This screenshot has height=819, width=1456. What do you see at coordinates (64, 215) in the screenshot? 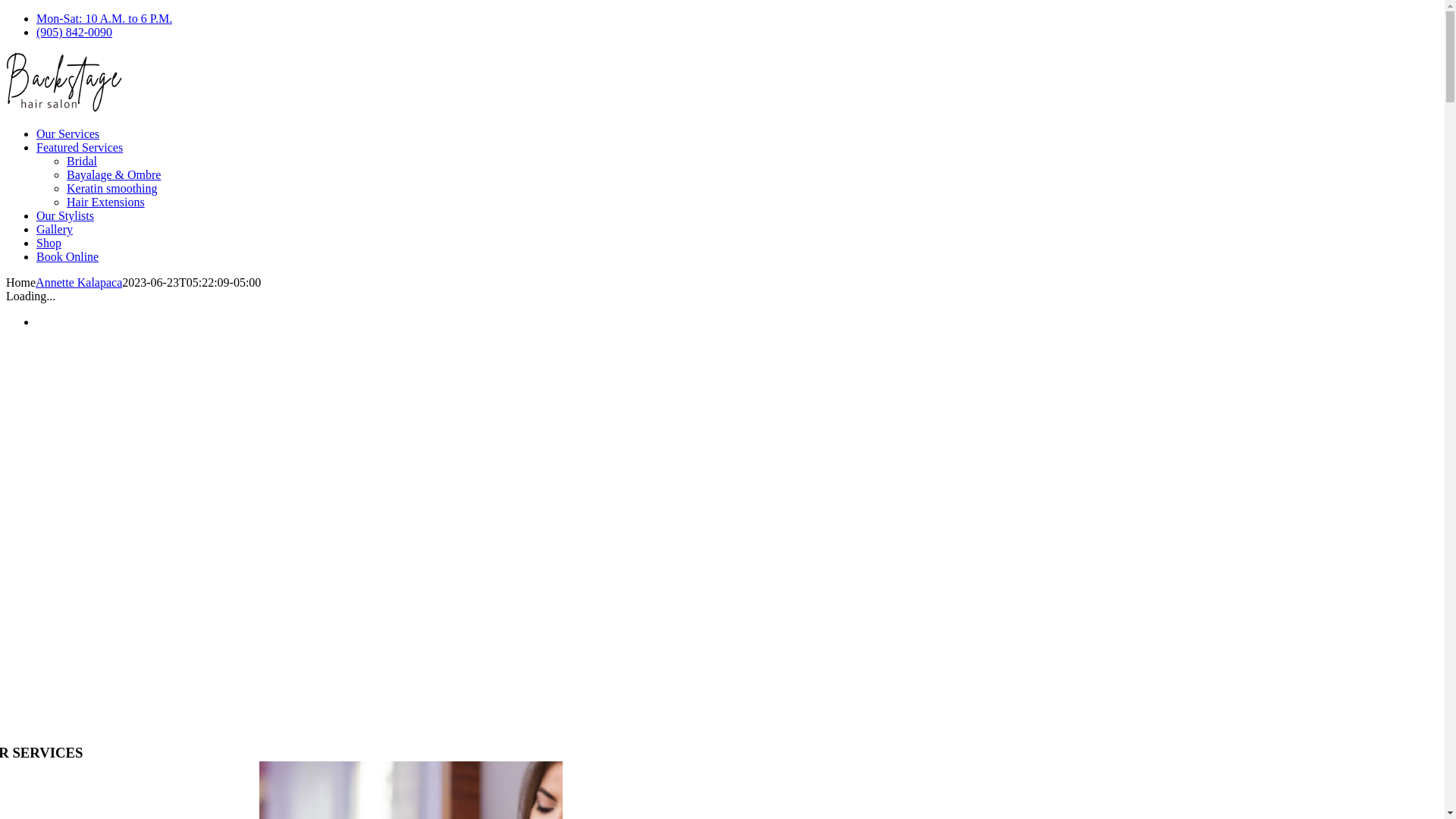
I see `'Our Stylists'` at bounding box center [64, 215].